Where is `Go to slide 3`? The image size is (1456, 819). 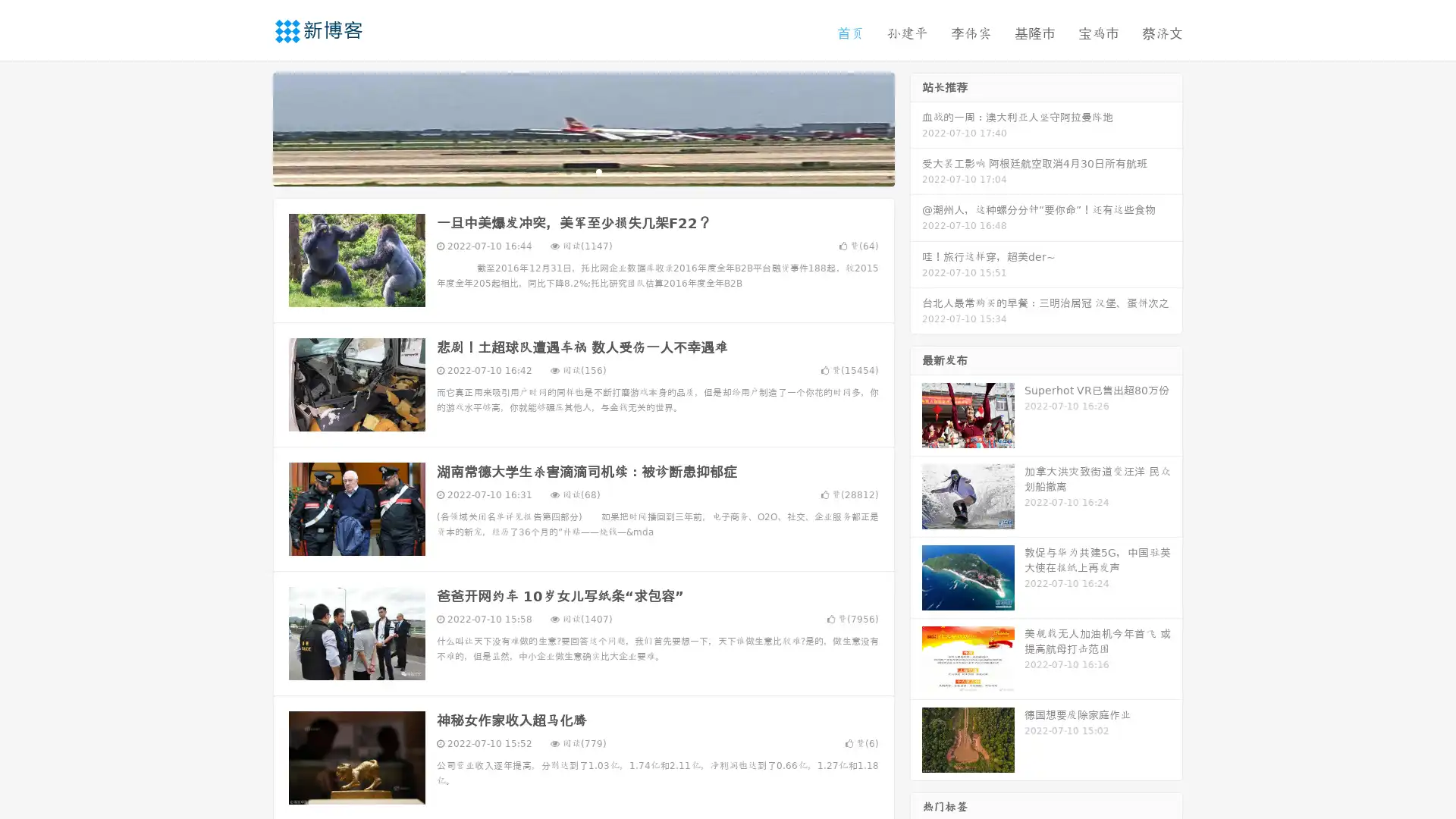
Go to slide 3 is located at coordinates (598, 171).